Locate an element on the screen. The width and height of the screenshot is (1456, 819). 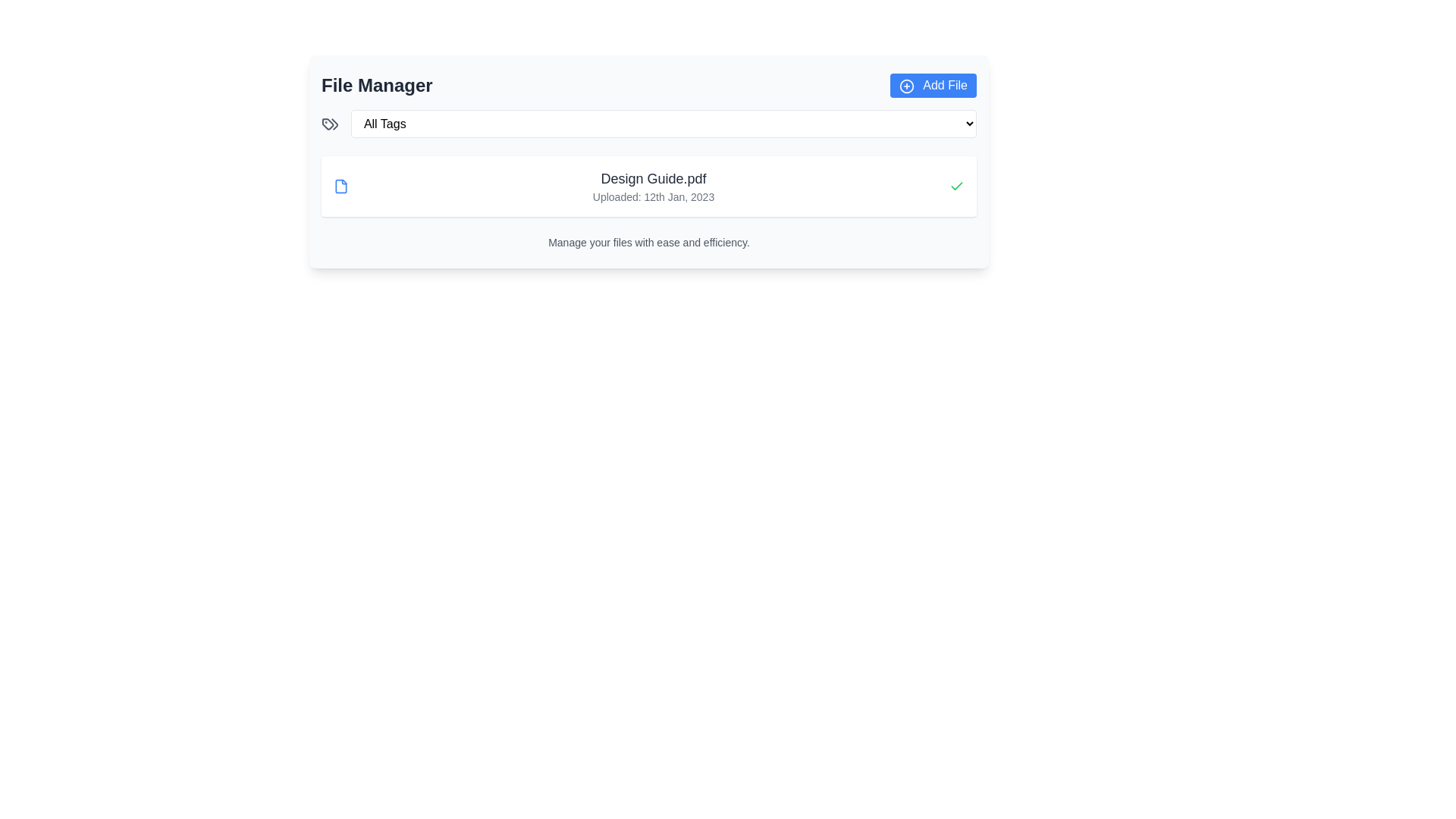
the tag filter dropdown menu located below the 'File Manager' title is located at coordinates (648, 122).